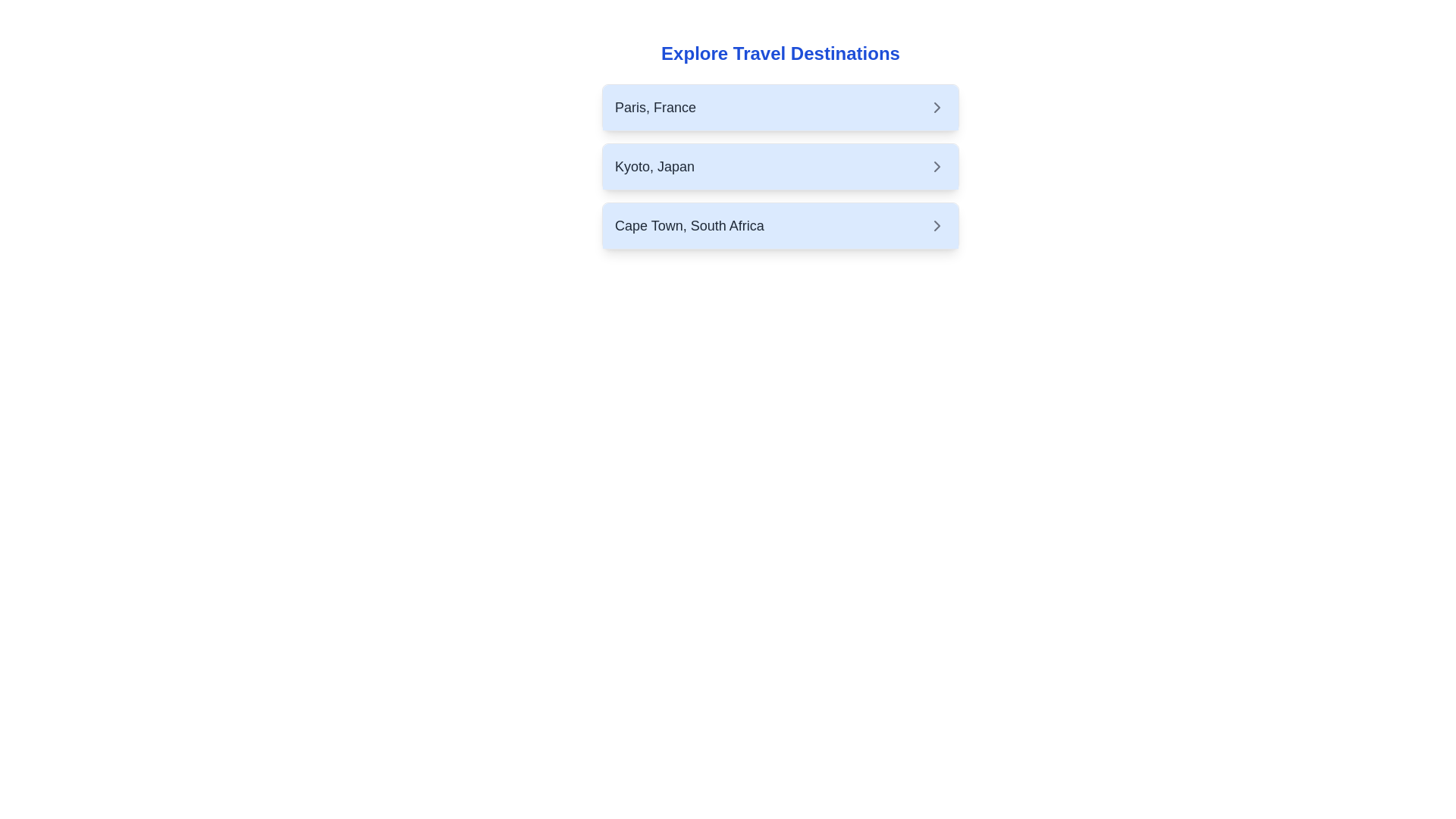  What do you see at coordinates (937, 166) in the screenshot?
I see `the chevron icon located to the left edge of the 'Kyoto, Japan' button` at bounding box center [937, 166].